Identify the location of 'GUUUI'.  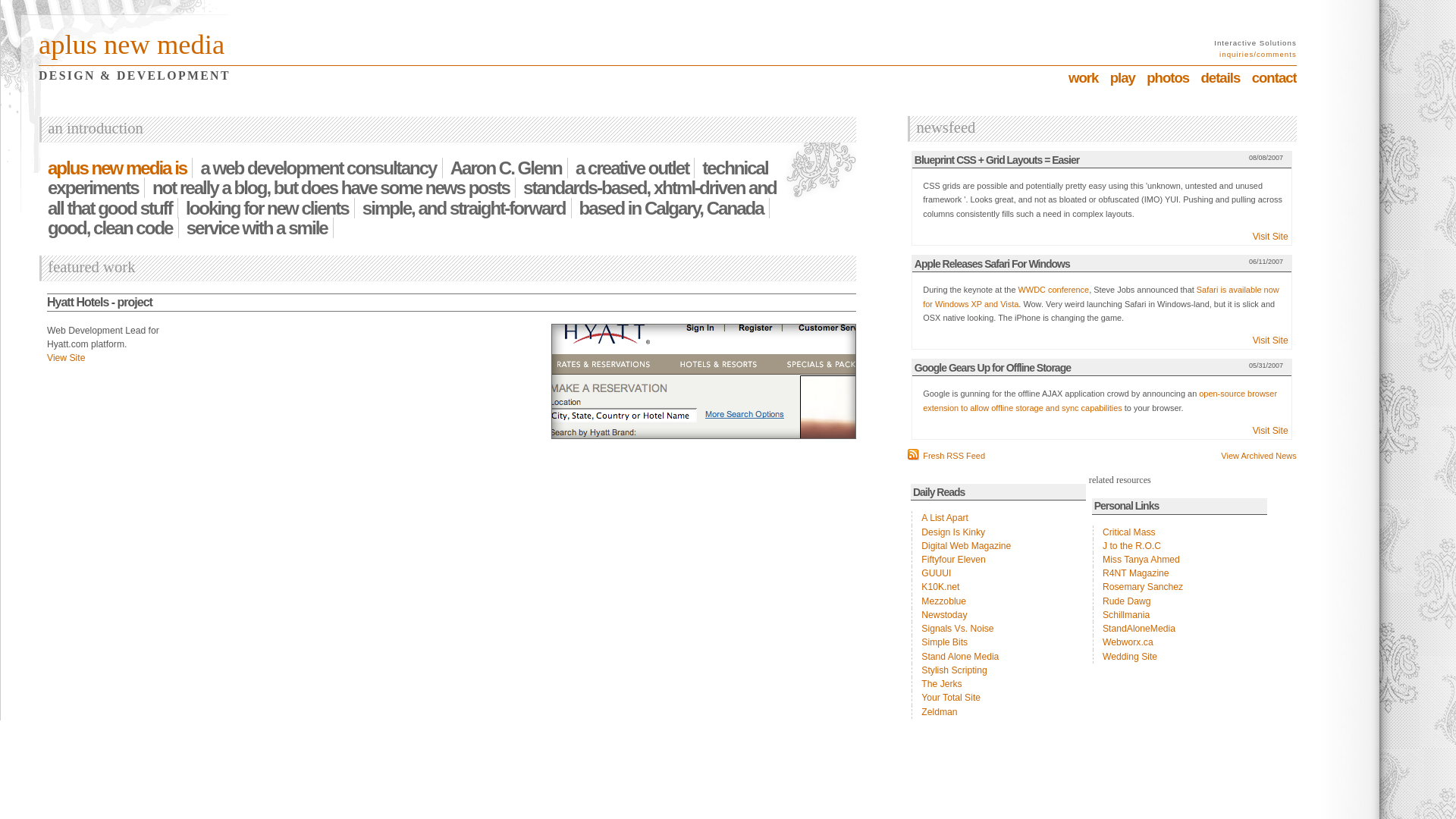
(998, 573).